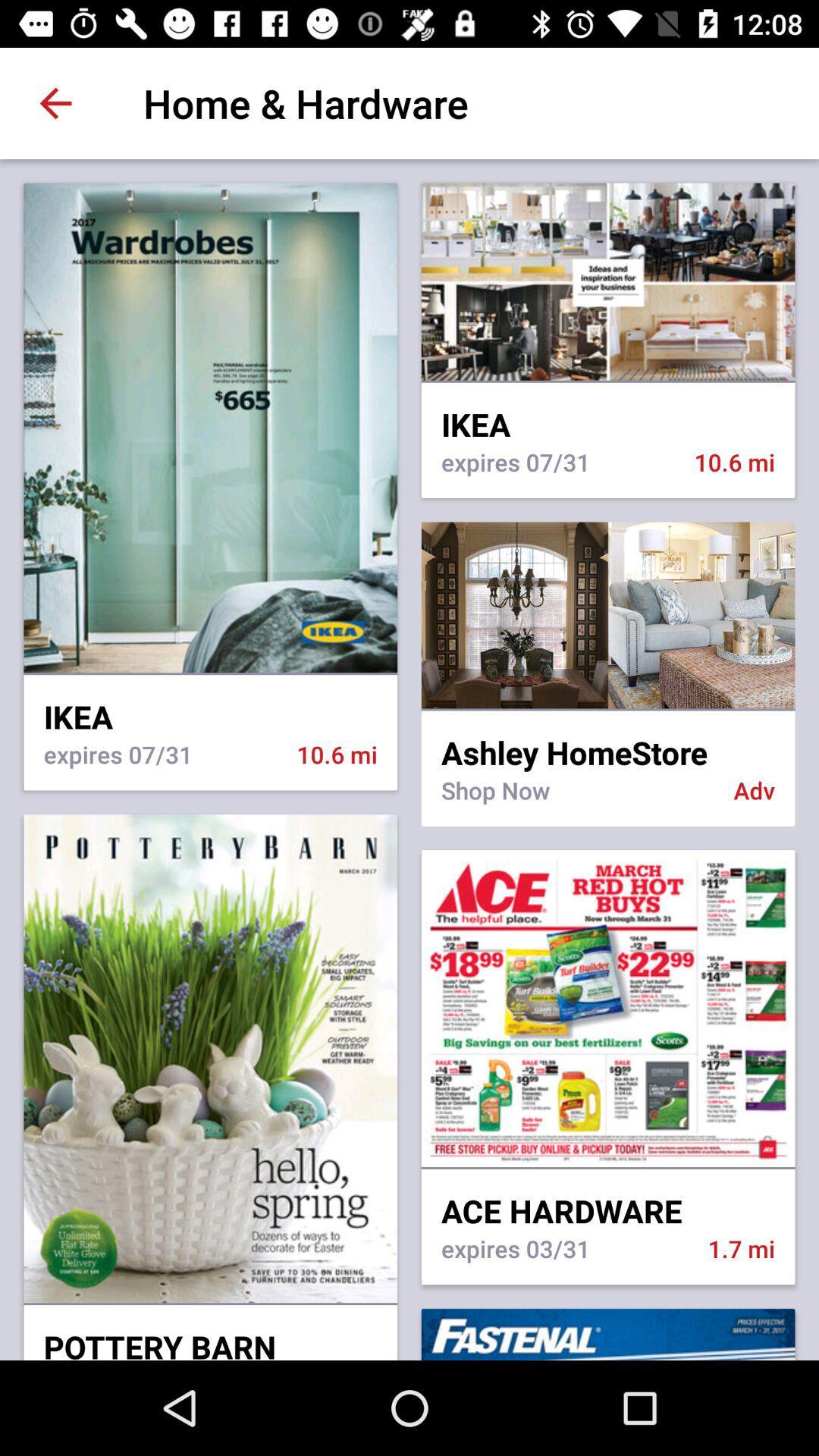 This screenshot has height=1456, width=819. I want to click on icon below expires 07/31 item, so click(607, 615).